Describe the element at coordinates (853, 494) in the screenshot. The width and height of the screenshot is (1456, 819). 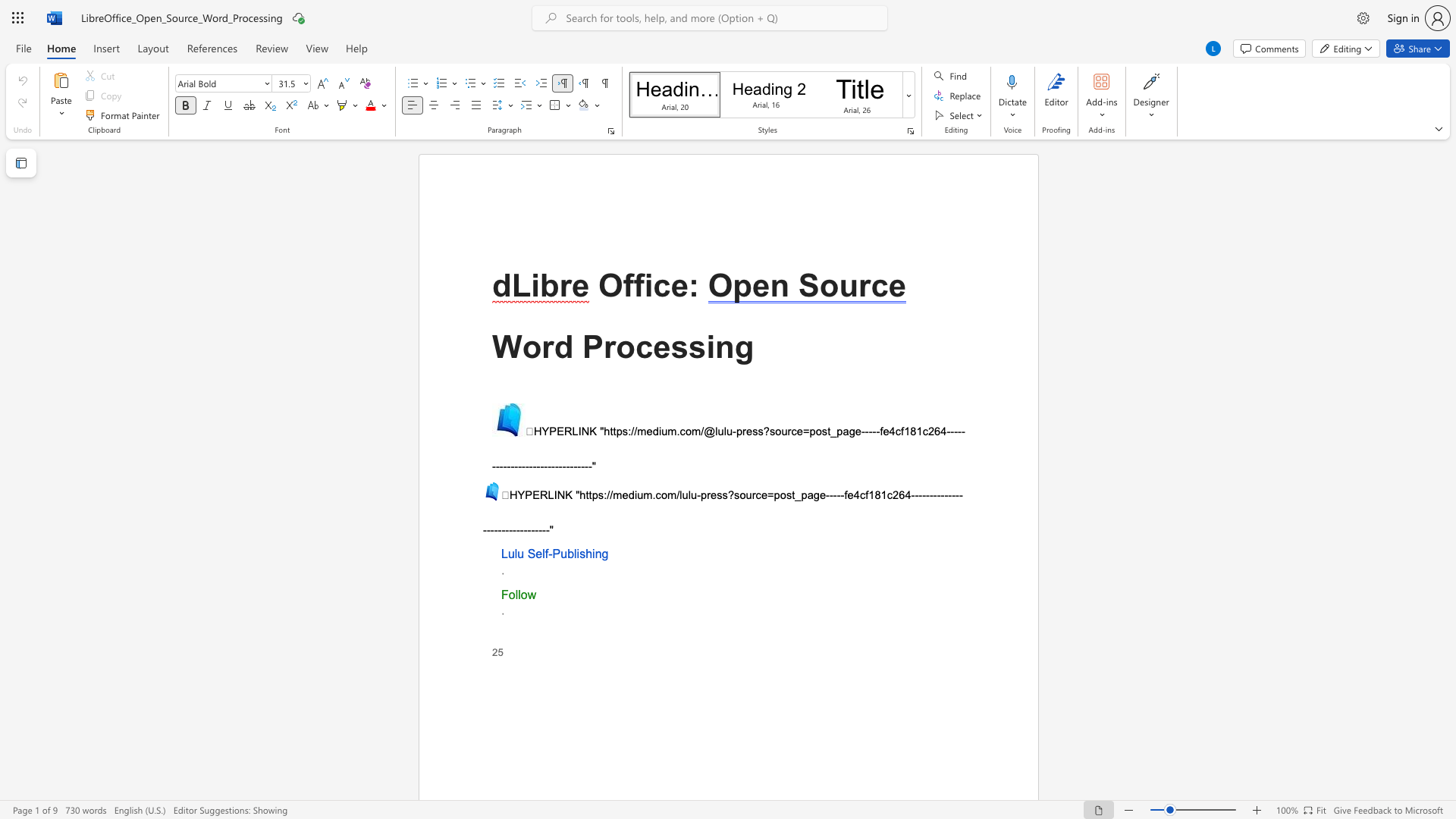
I see `the space between the continuous character "e" and "4" in the text` at that location.